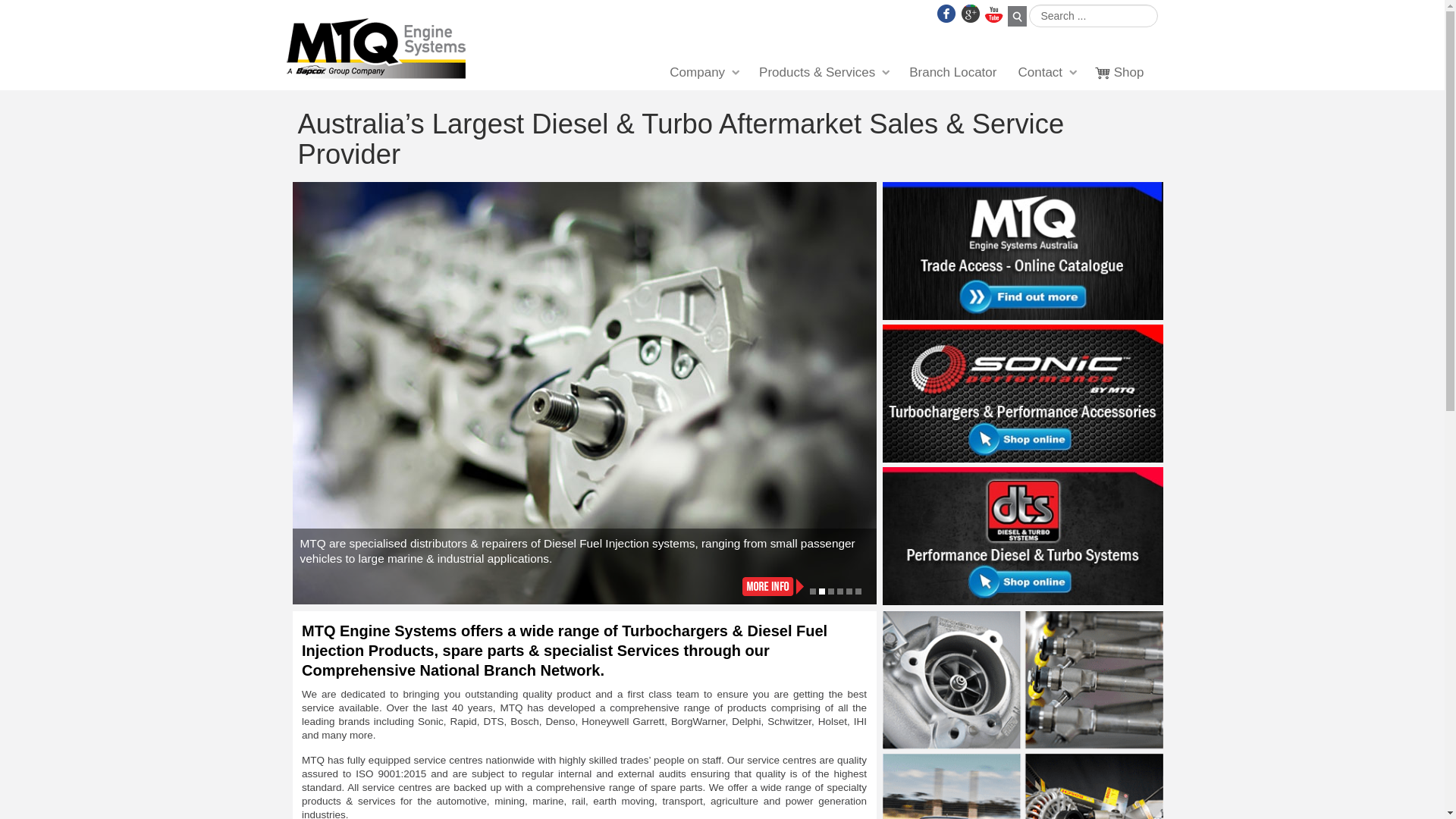 This screenshot has width=1456, height=819. I want to click on 'MTQ Online Catalogue', so click(1022, 249).